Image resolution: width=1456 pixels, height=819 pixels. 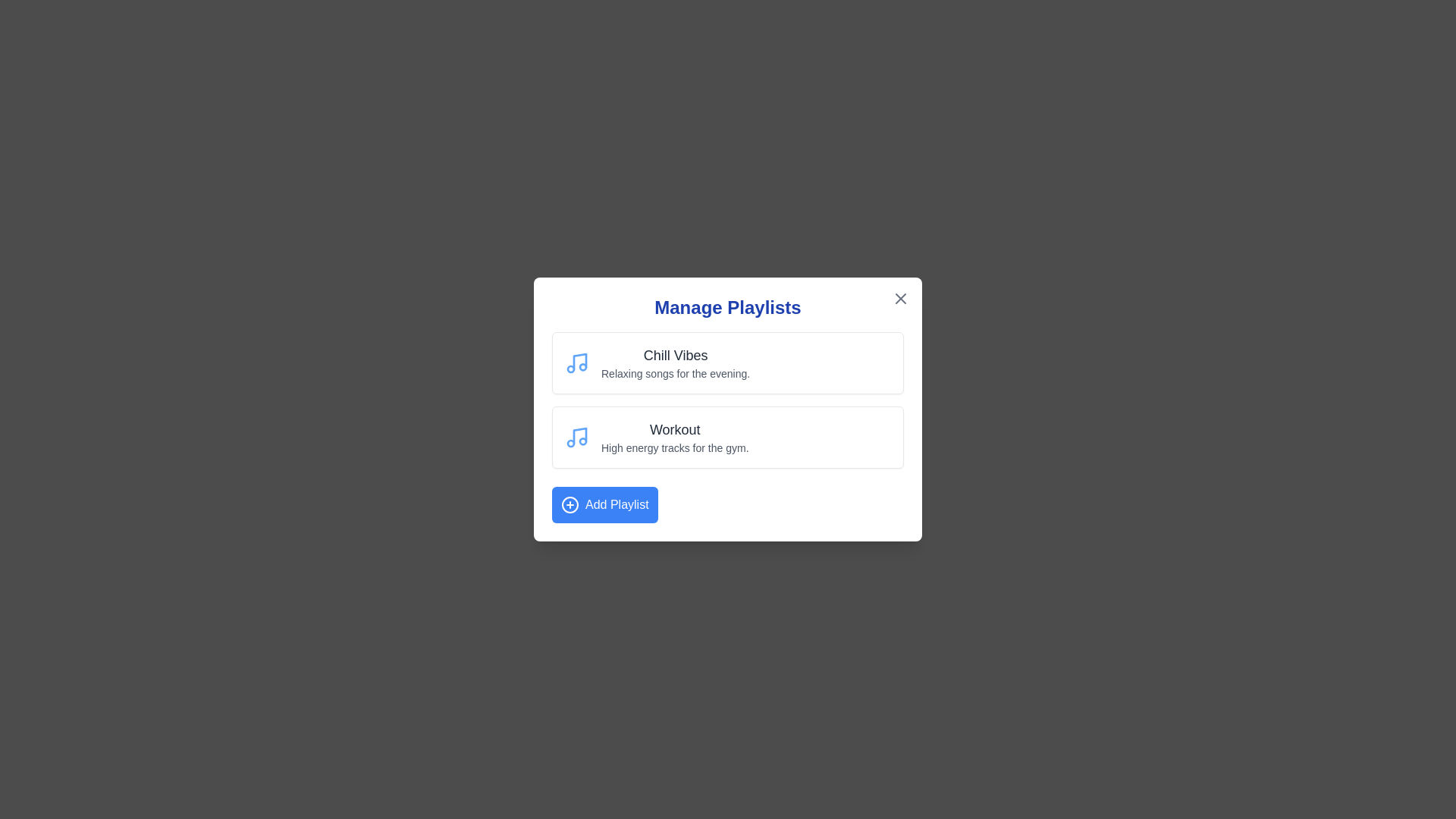 I want to click on the text label that reads 'Relaxing songs for the evening.' which is styled in gray and positioned below the 'Chill Vibes' heading, so click(x=675, y=374).